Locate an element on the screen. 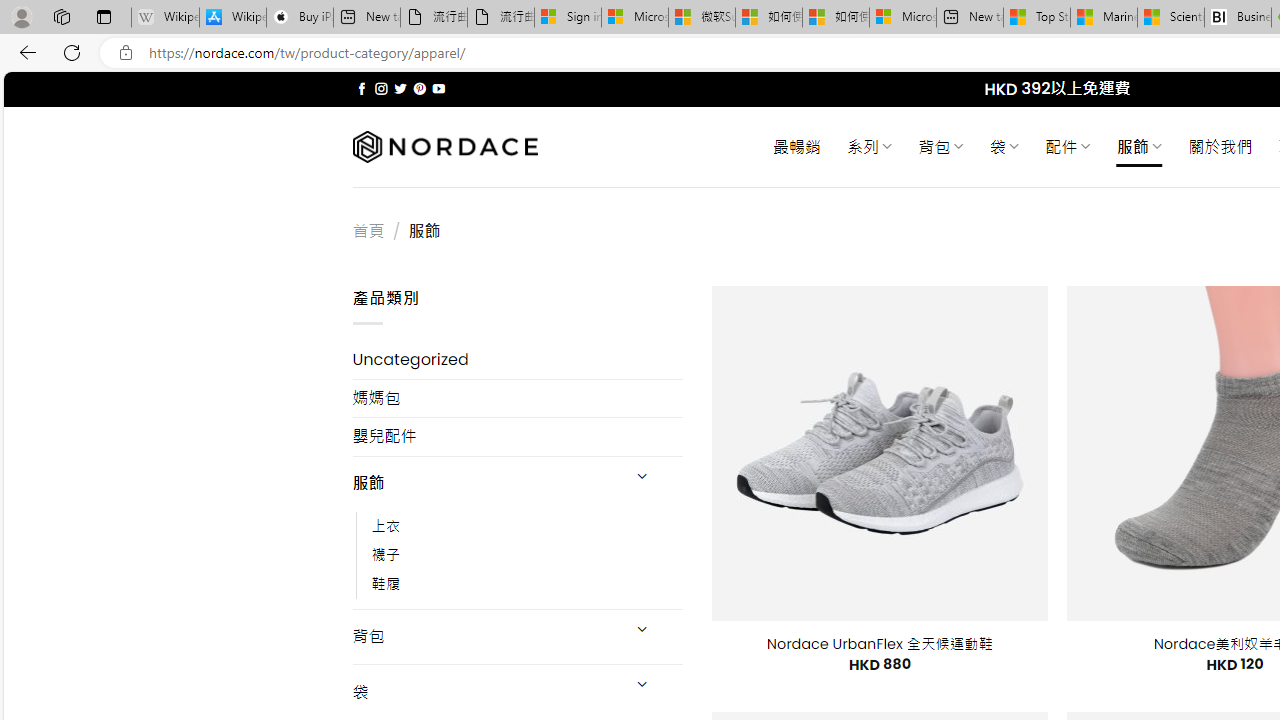  'Follow on Facebook' is located at coordinates (362, 88).